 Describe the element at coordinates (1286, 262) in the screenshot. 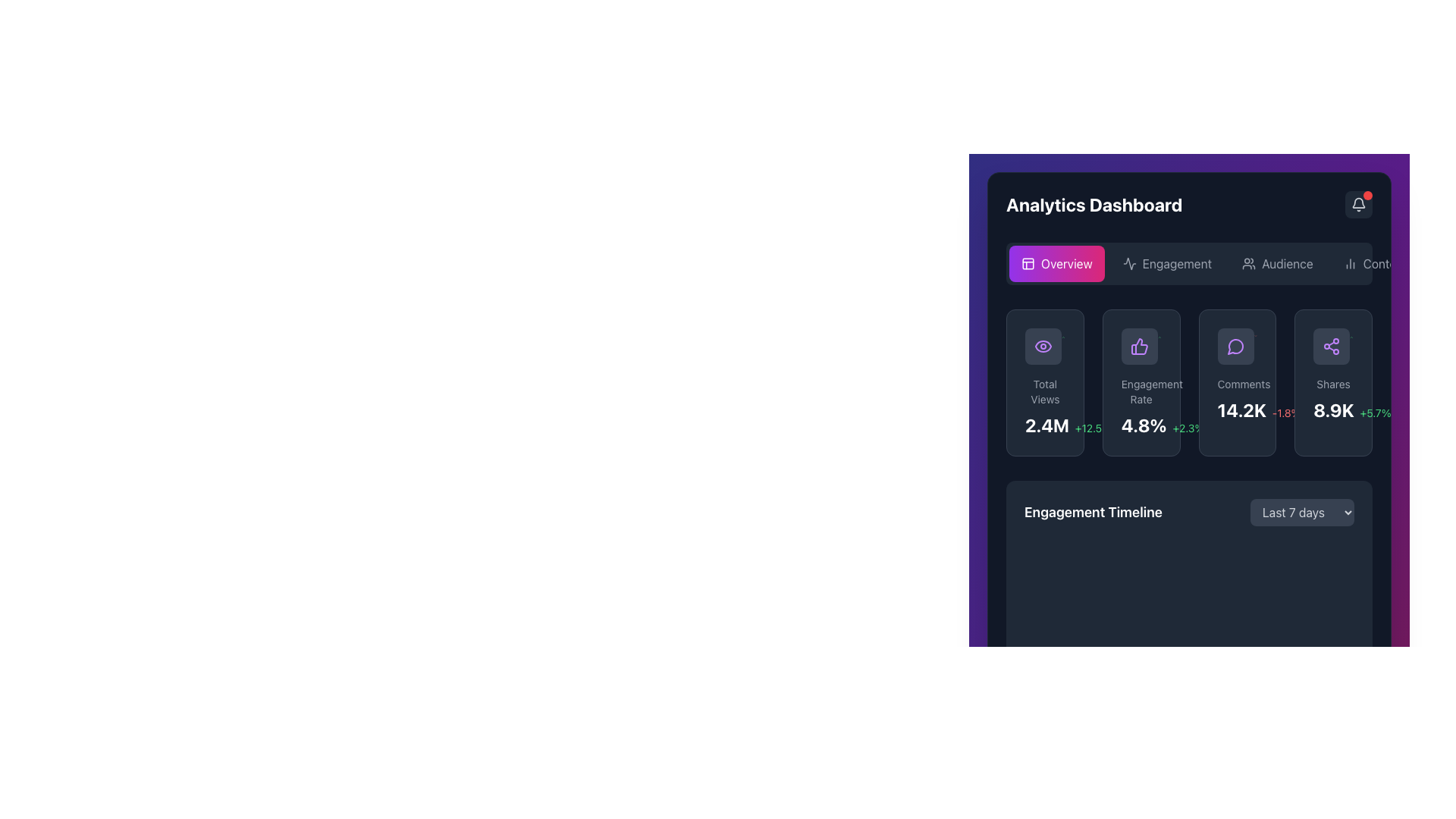

I see `the 'Audience' navigation tab located` at that location.